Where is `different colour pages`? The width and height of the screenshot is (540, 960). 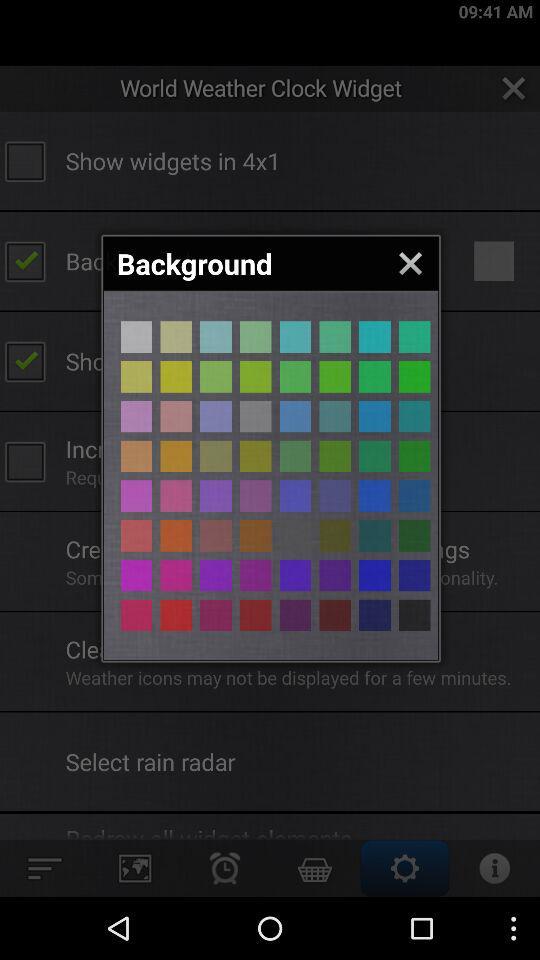 different colour pages is located at coordinates (135, 614).